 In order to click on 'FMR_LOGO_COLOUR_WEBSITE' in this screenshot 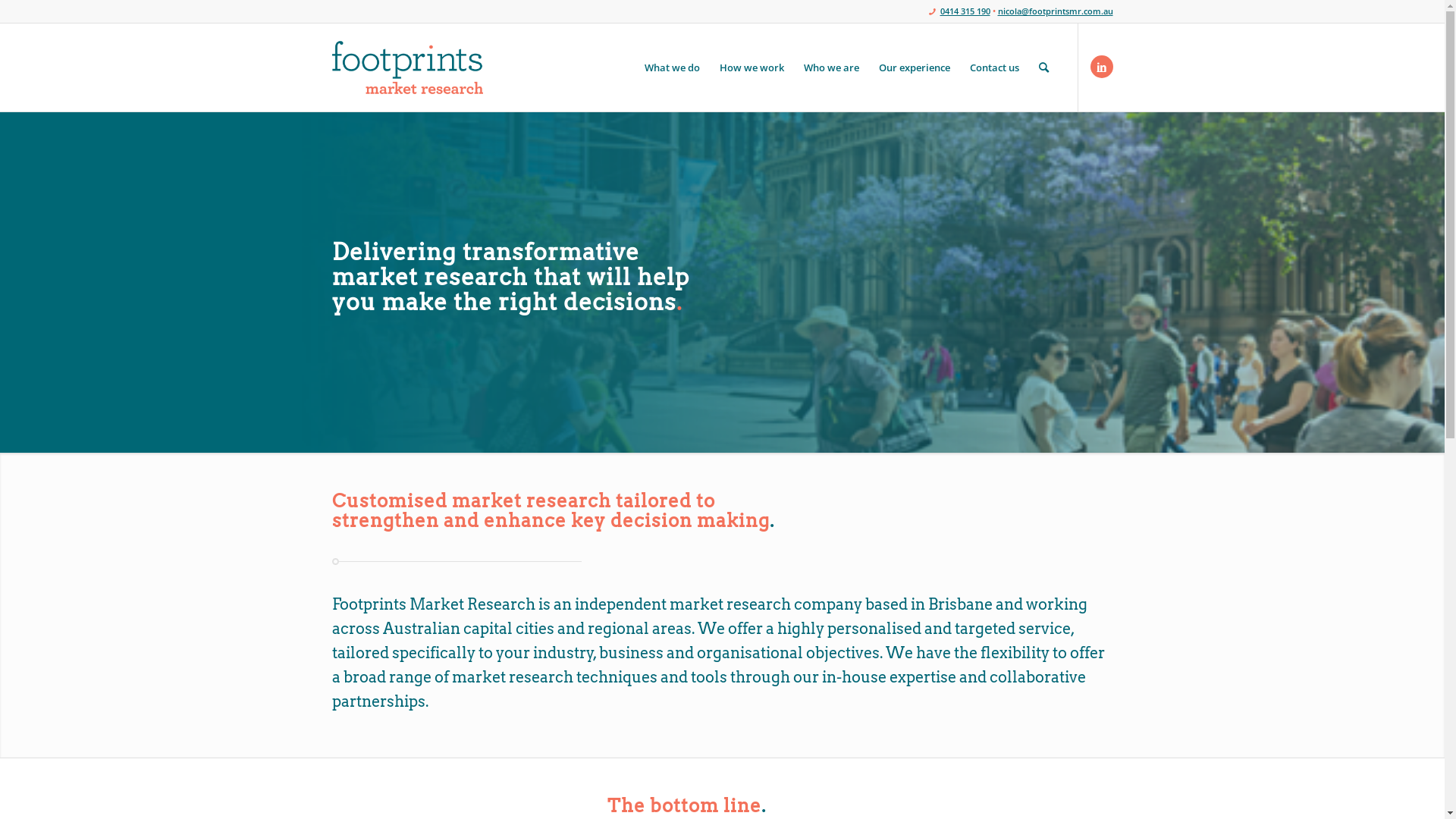, I will do `click(331, 66)`.